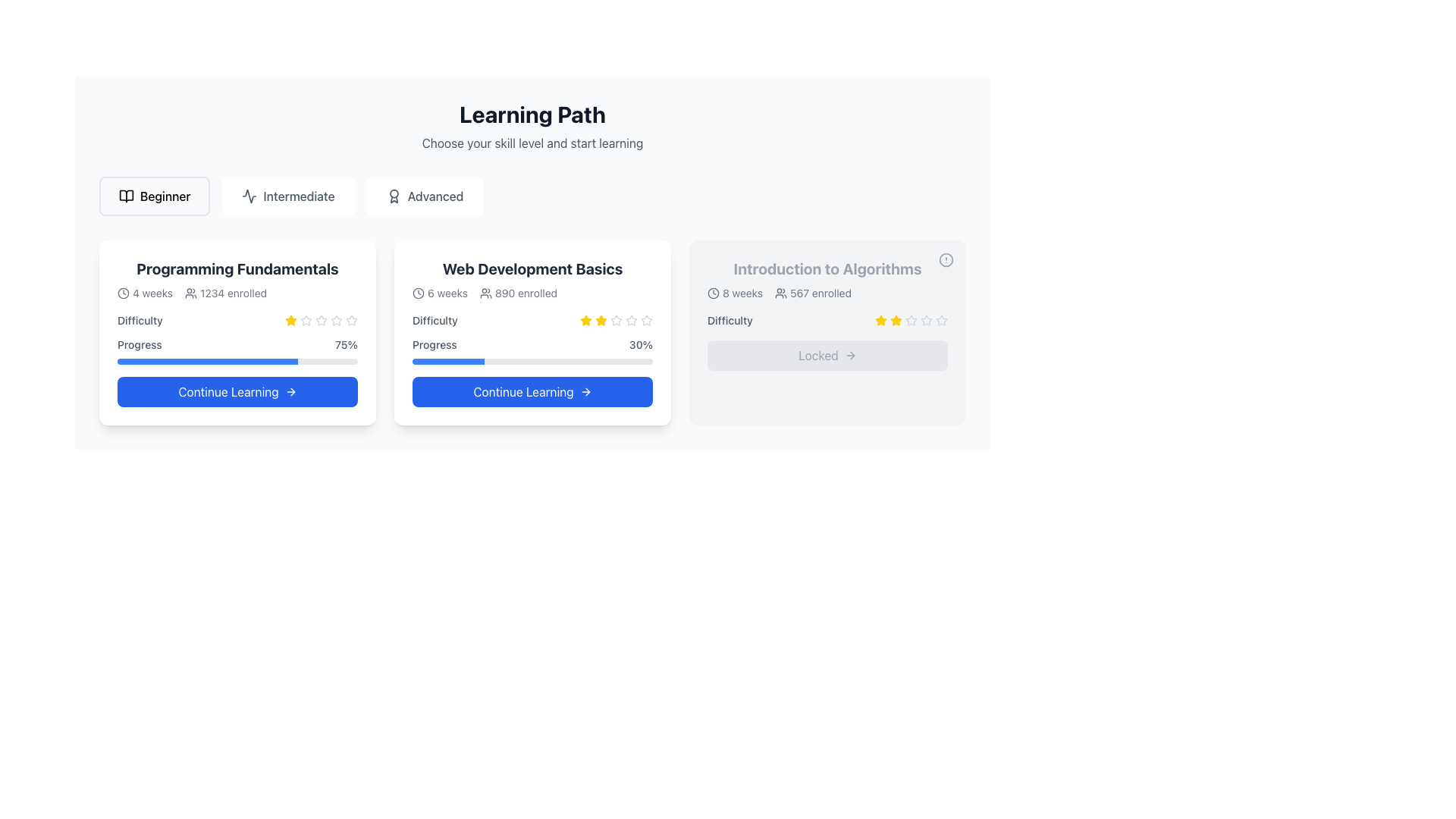 This screenshot has width=1456, height=819. I want to click on the displayed progress data for the 'Progress' label indicating '30%' within the card titled 'Web Development Basics', so click(532, 345).